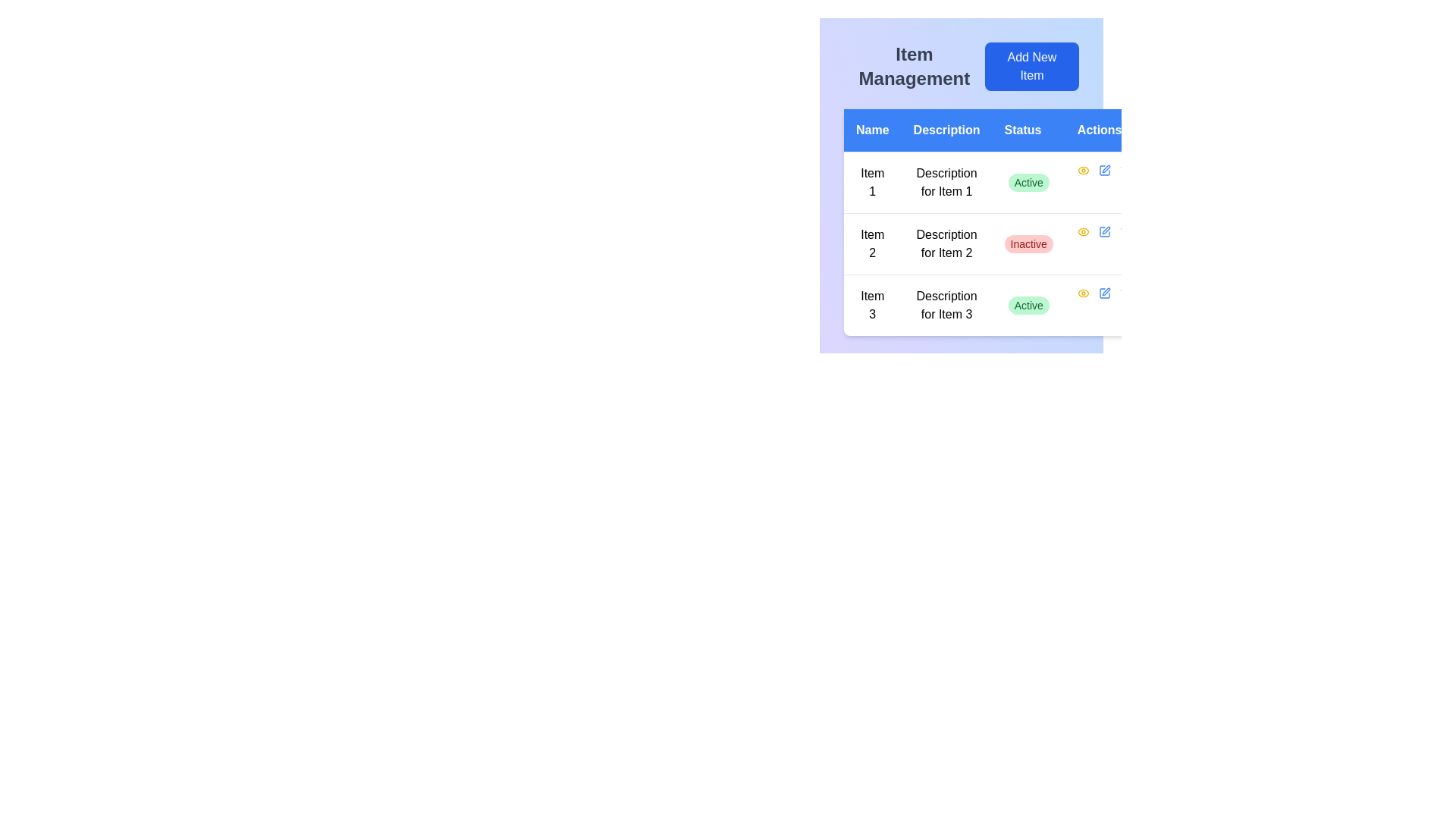 This screenshot has width=1456, height=819. I want to click on the static text label displaying 'Description for Item 2', which is positioned in the second row of a table under the 'Description' column, between 'Item 2' and the 'Inactive' status indicator, so click(946, 243).